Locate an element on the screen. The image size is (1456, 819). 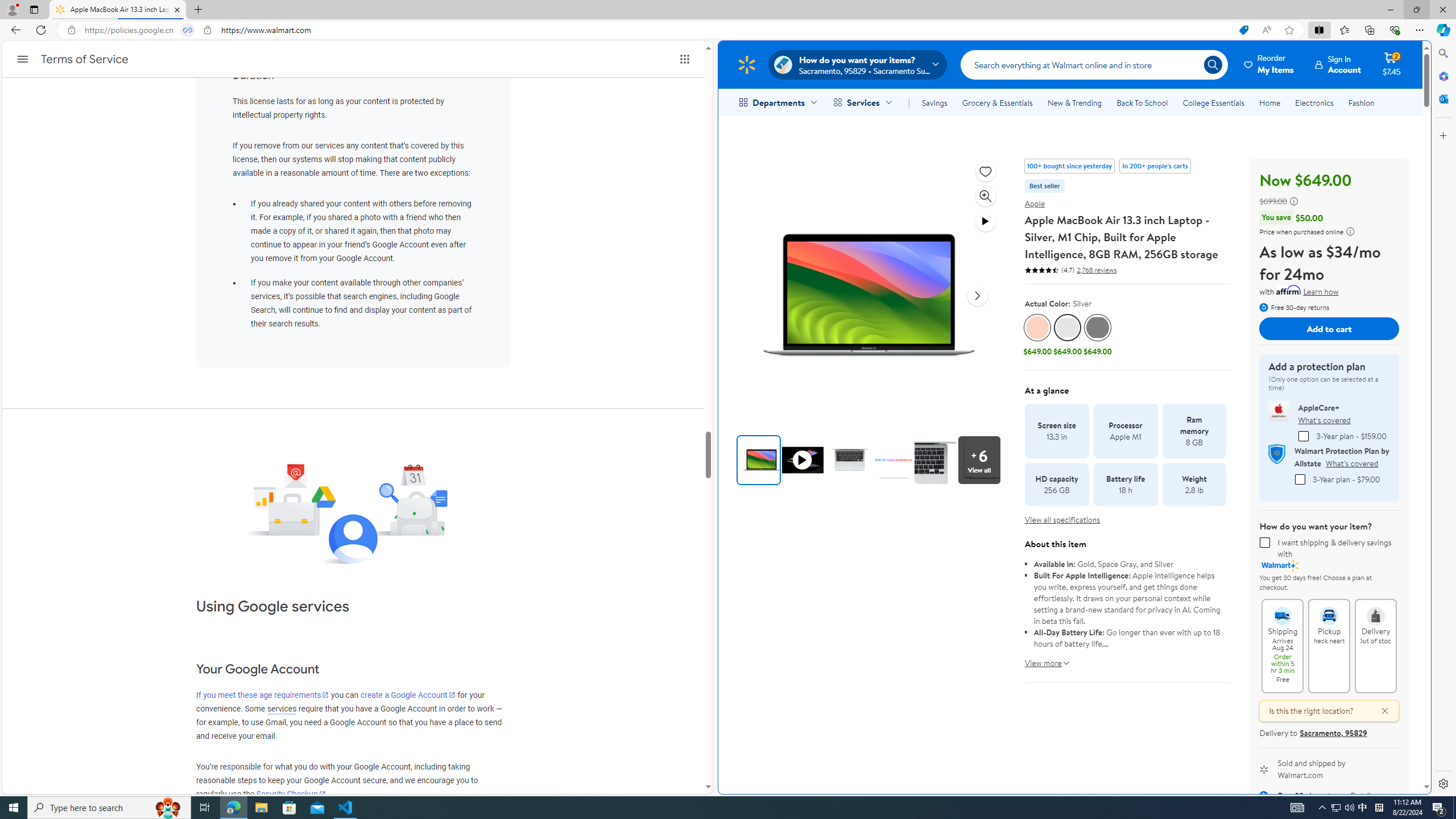
'Sign In Account' is located at coordinates (1338, 64).